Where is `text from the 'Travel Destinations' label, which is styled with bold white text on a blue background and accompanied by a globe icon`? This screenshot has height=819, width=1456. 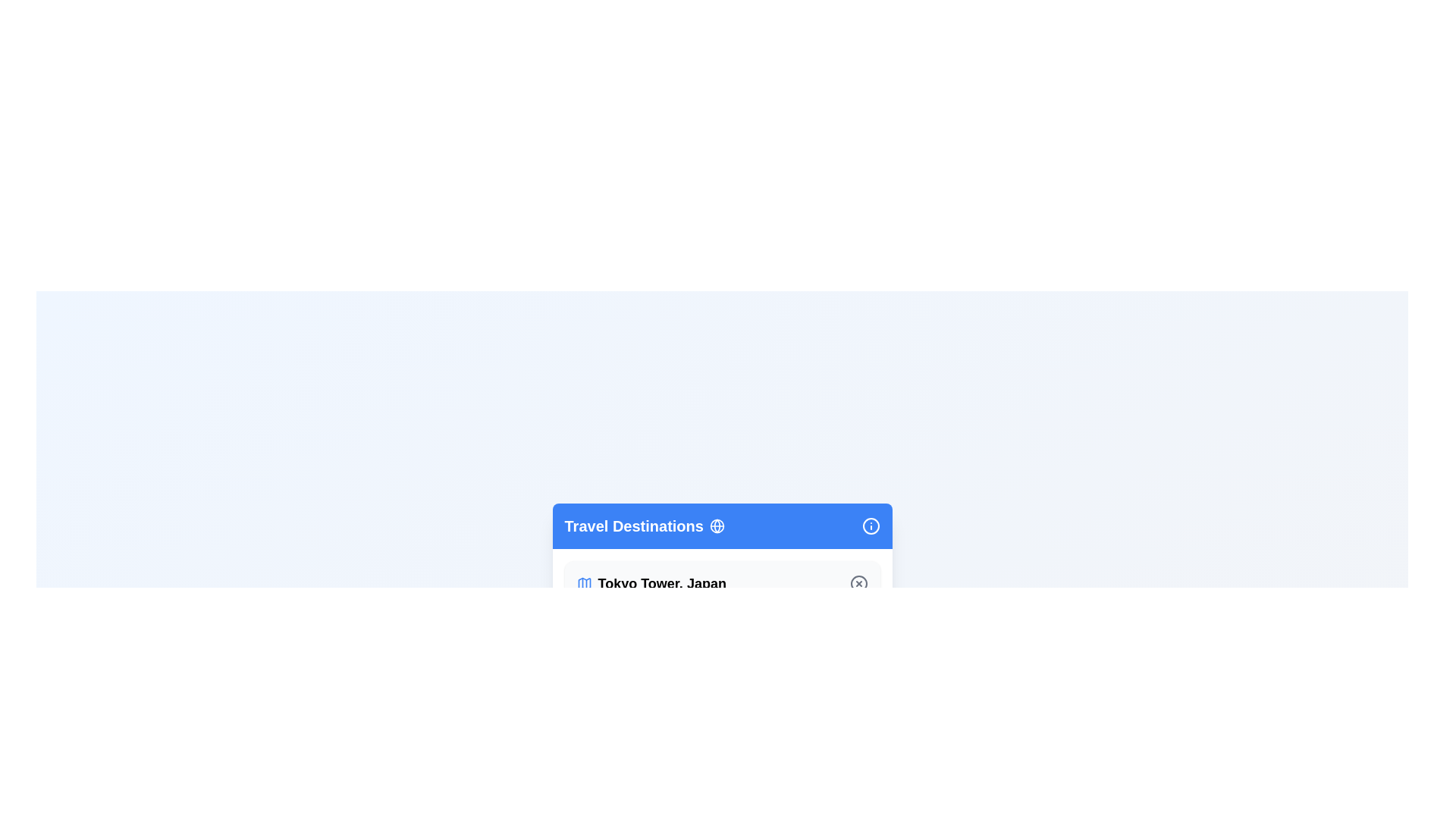 text from the 'Travel Destinations' label, which is styled with bold white text on a blue background and accompanied by a globe icon is located at coordinates (645, 526).